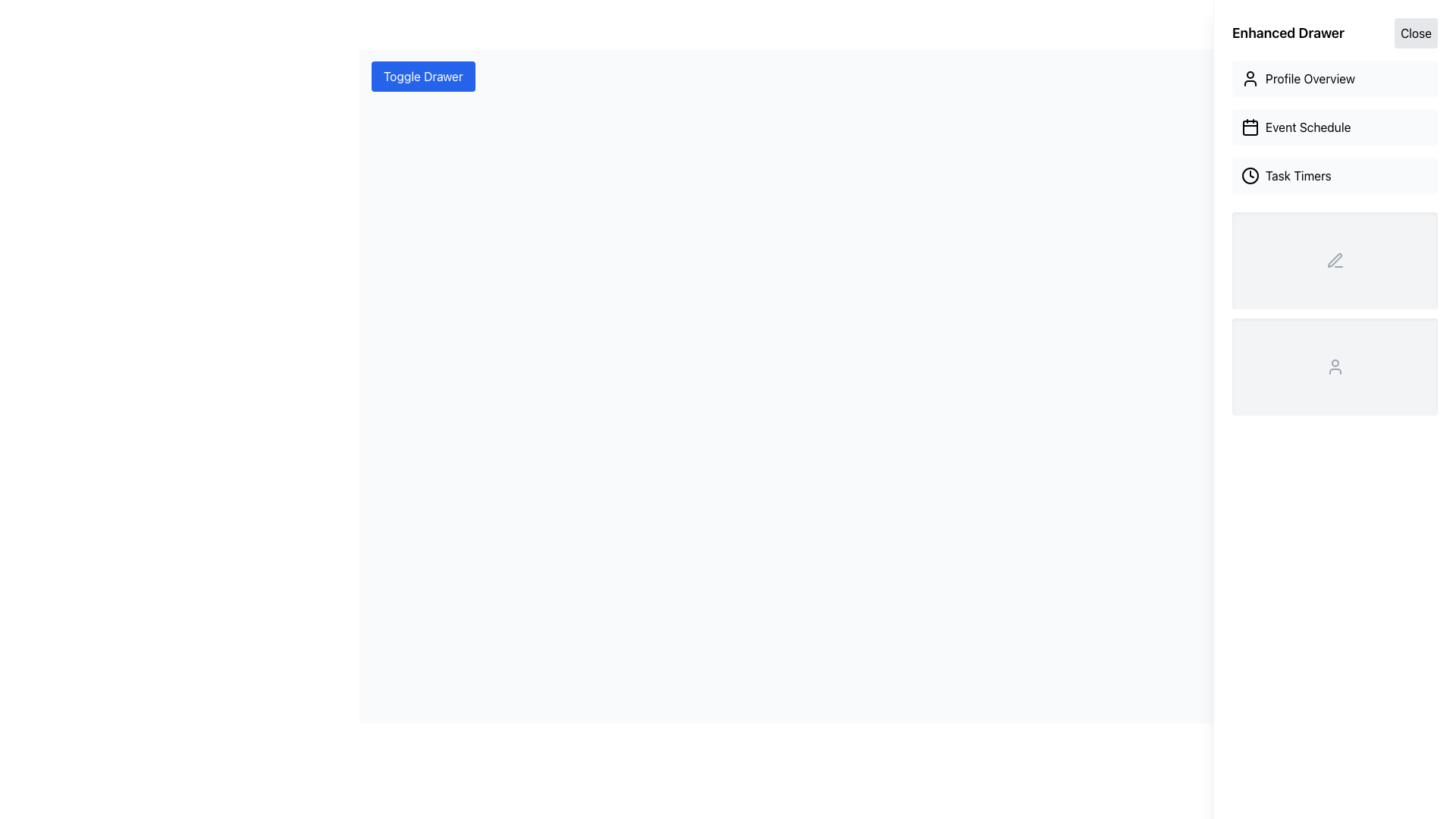  What do you see at coordinates (1335, 366) in the screenshot?
I see `the user profile icon located in the second card of the right-hand panel` at bounding box center [1335, 366].